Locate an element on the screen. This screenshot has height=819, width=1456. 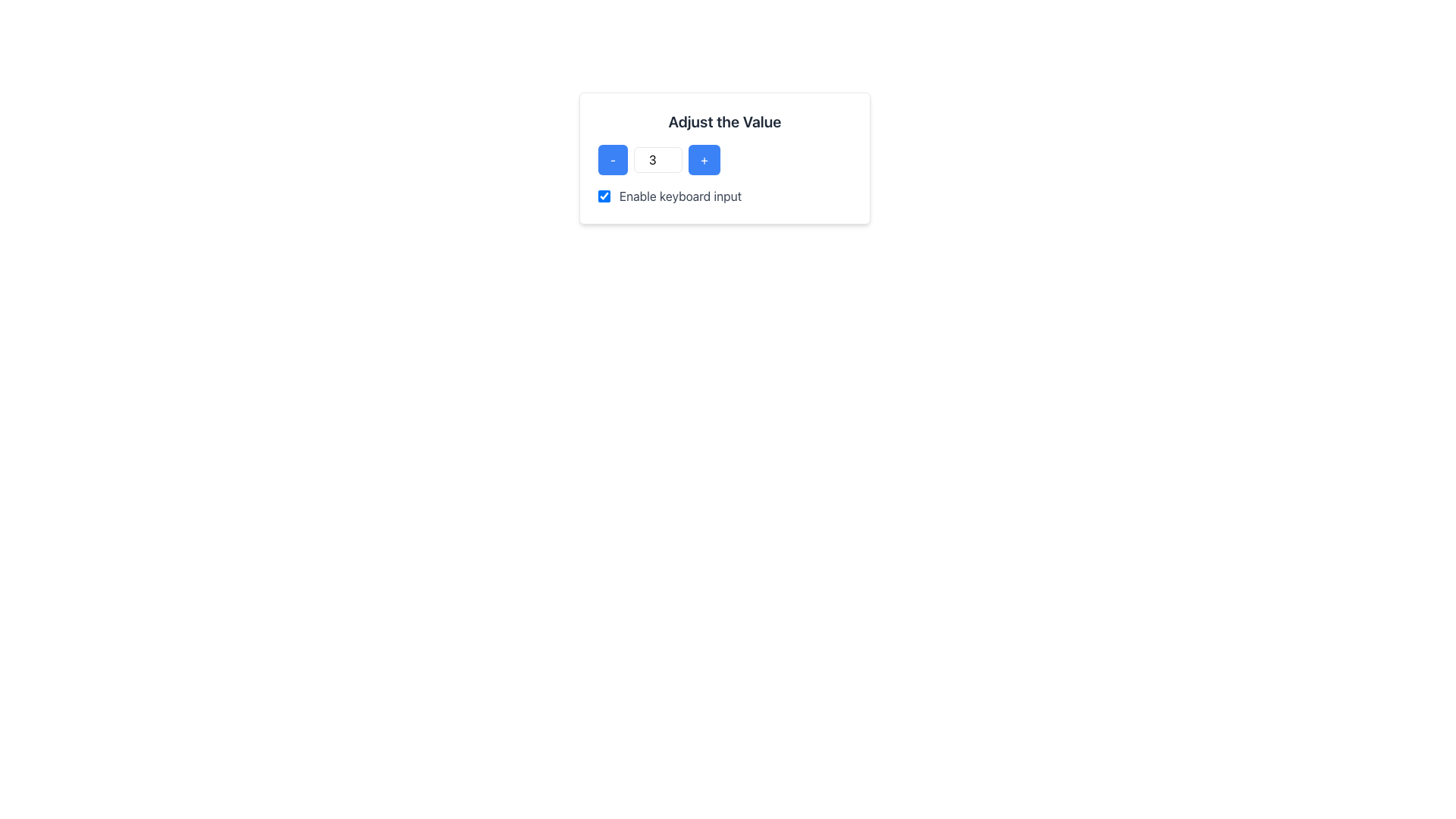
the first button in the group of three buttons, located to the left of the numeric input field under the title 'Adjust the Value' is located at coordinates (613, 160).